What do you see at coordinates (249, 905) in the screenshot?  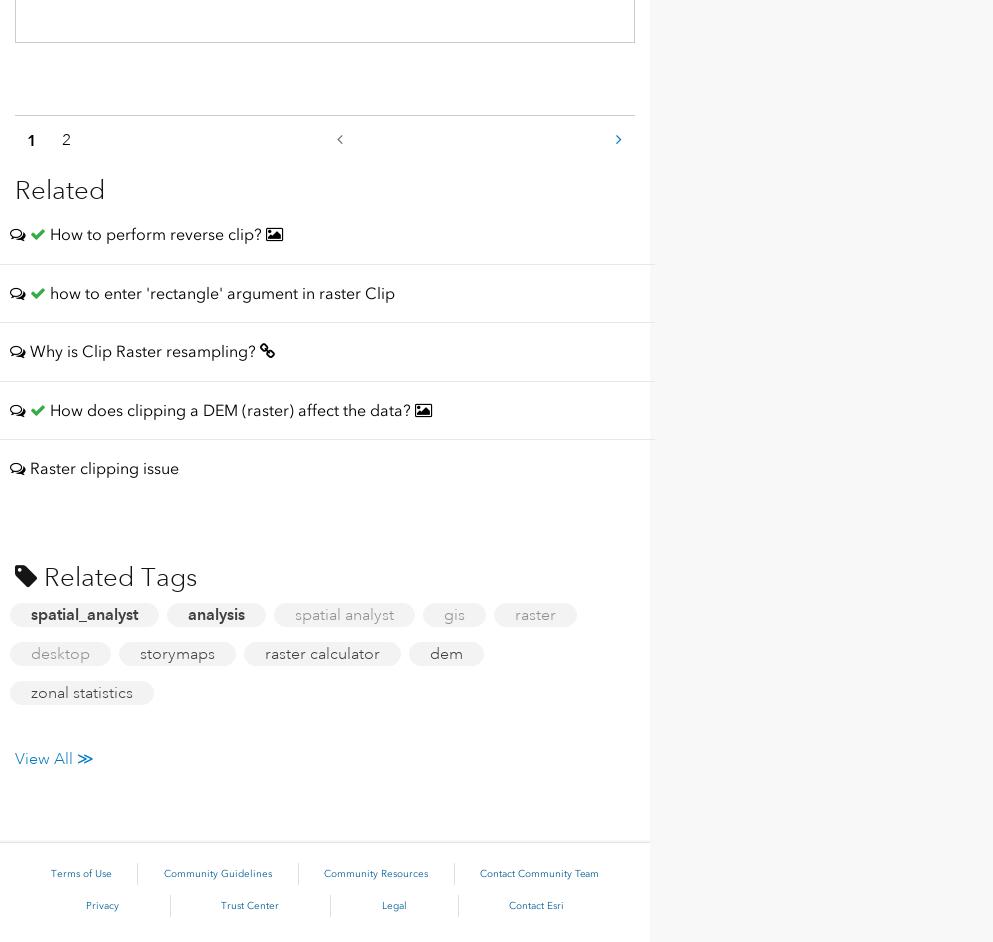 I see `'Trust Center'` at bounding box center [249, 905].